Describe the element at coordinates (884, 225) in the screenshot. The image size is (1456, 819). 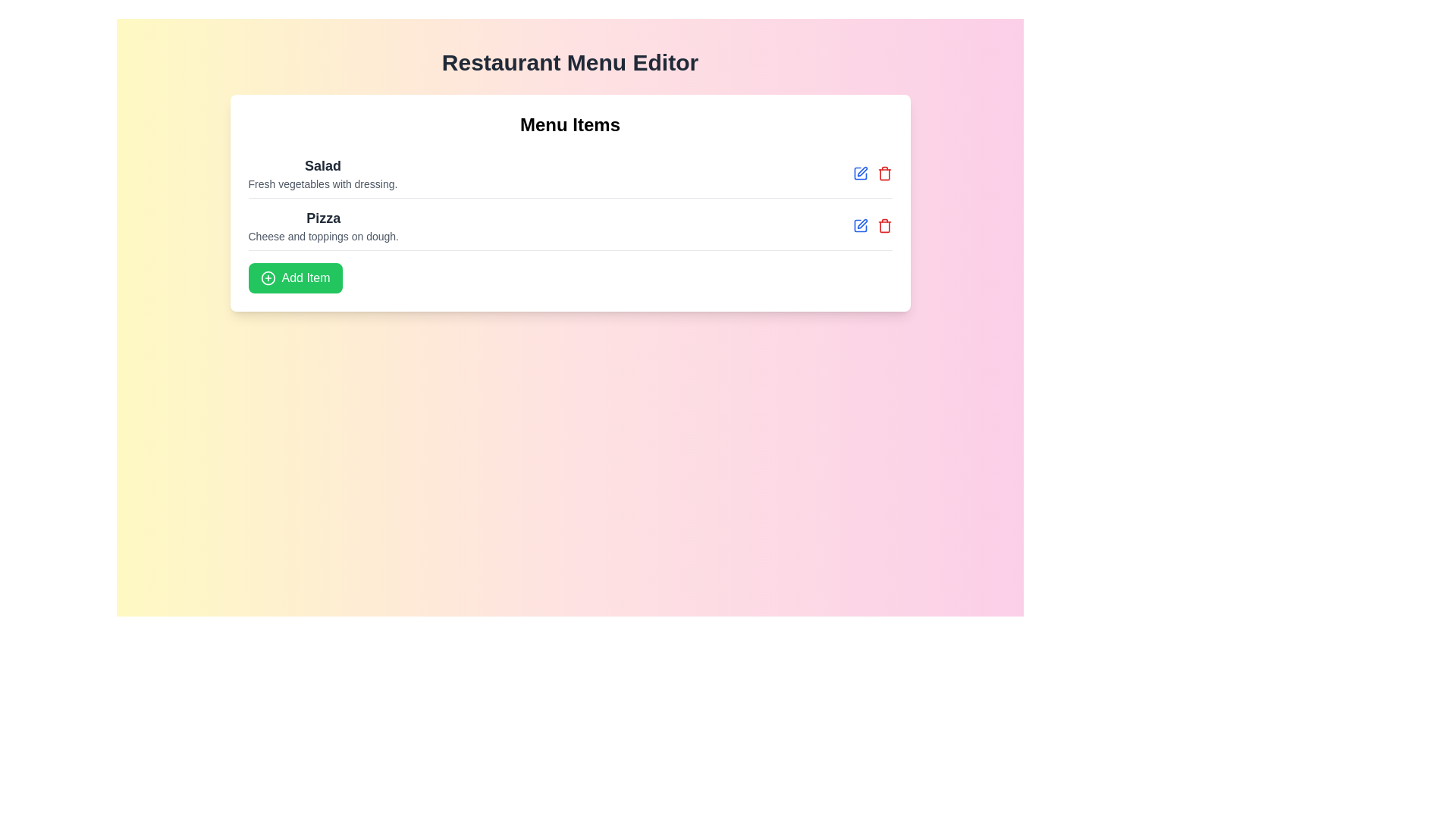
I see `trash icon next to the menu item named Pizza to remove it` at that location.